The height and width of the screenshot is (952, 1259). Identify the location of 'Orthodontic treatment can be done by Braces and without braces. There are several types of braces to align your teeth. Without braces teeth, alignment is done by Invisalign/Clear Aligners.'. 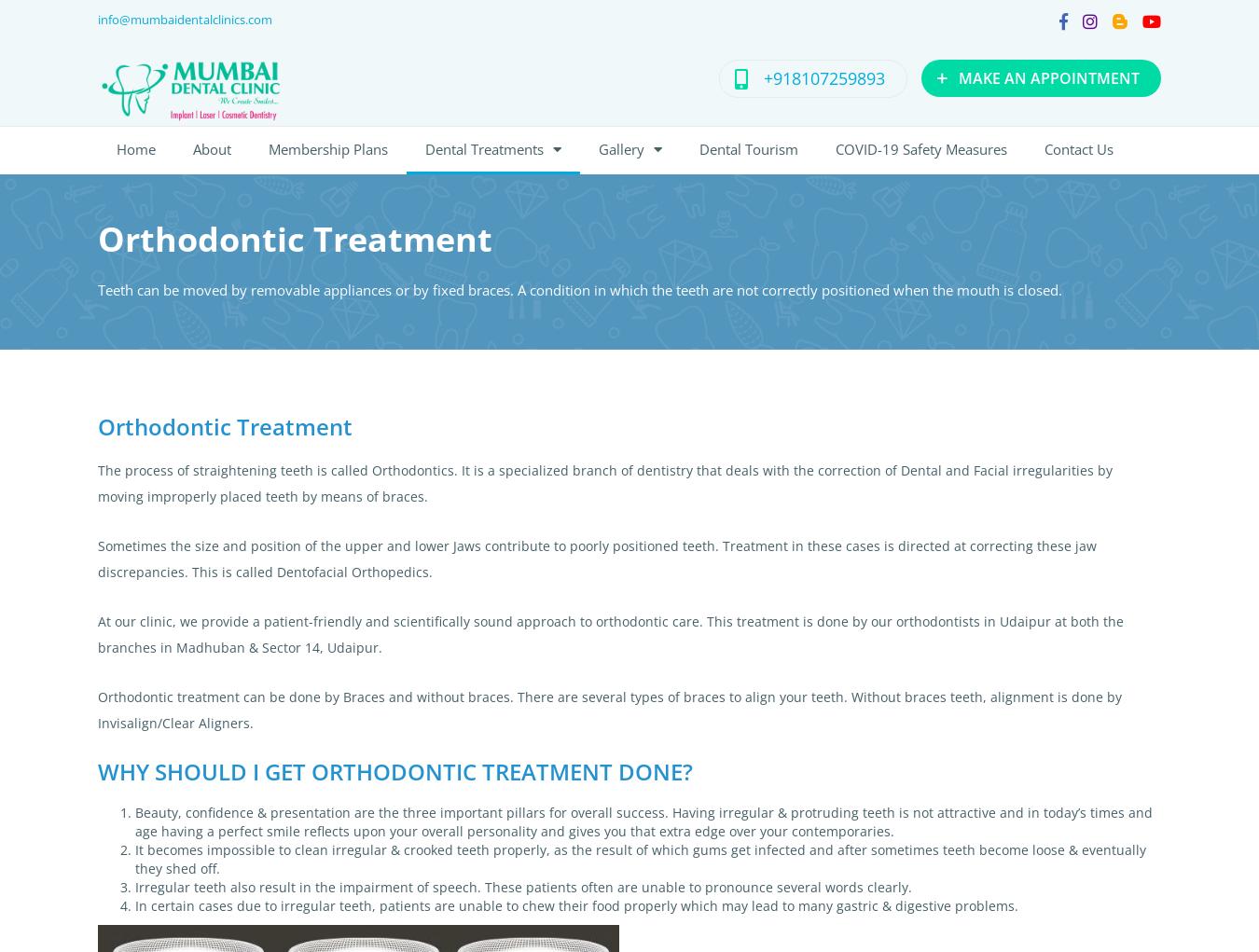
(609, 710).